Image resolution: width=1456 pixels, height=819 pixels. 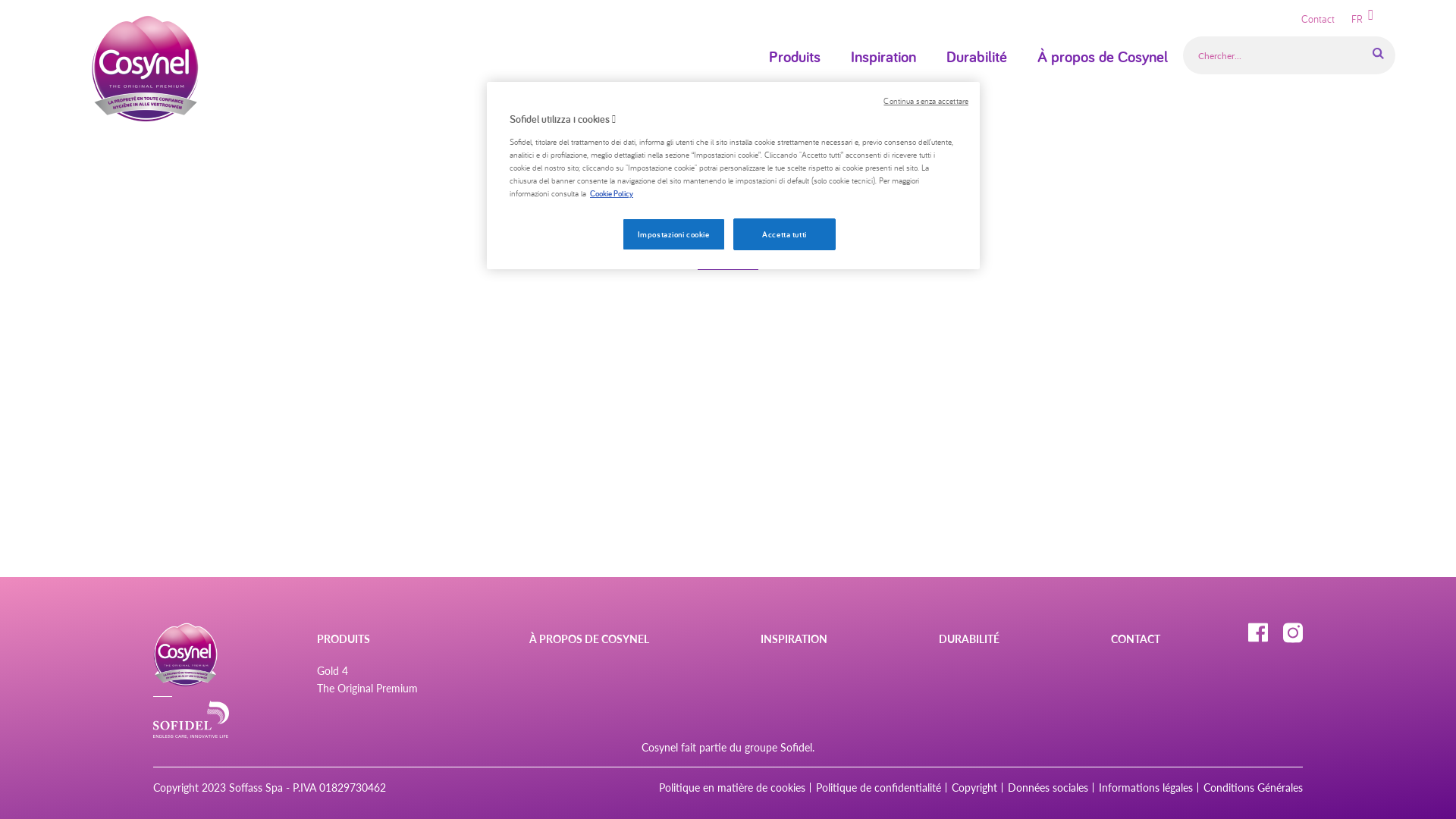 I want to click on 'Produits', so click(x=793, y=55).